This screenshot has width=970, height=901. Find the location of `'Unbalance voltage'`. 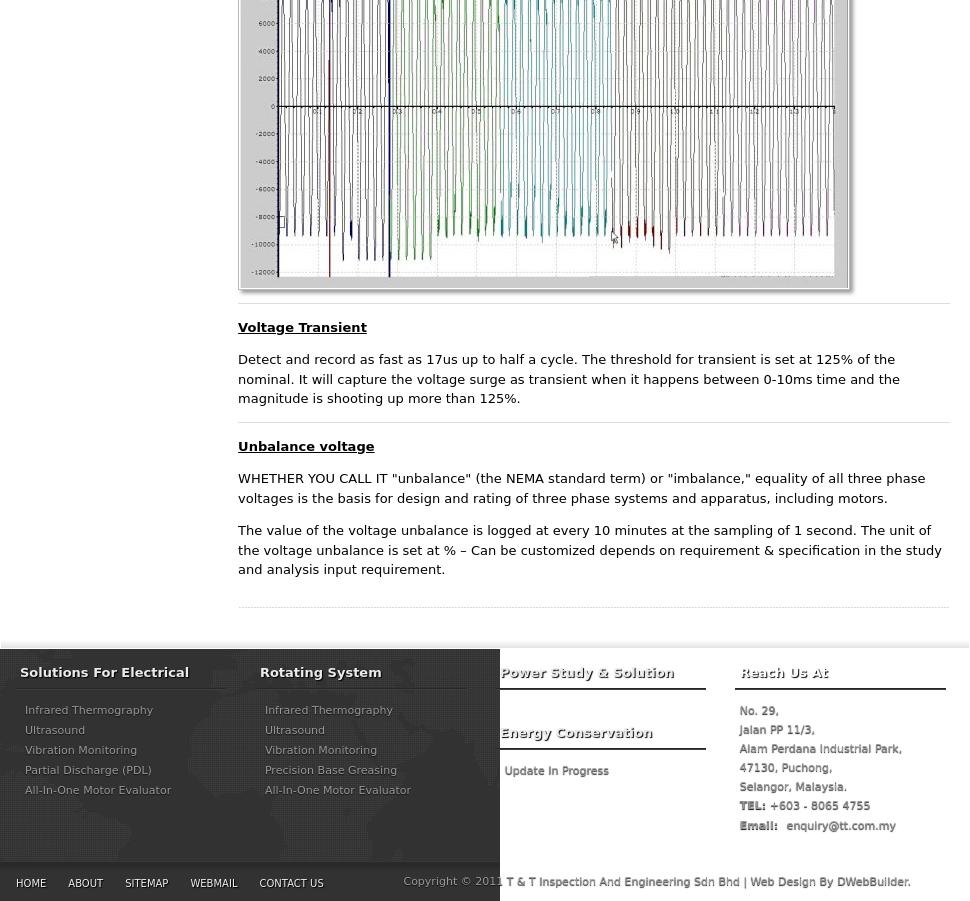

'Unbalance voltage' is located at coordinates (306, 444).